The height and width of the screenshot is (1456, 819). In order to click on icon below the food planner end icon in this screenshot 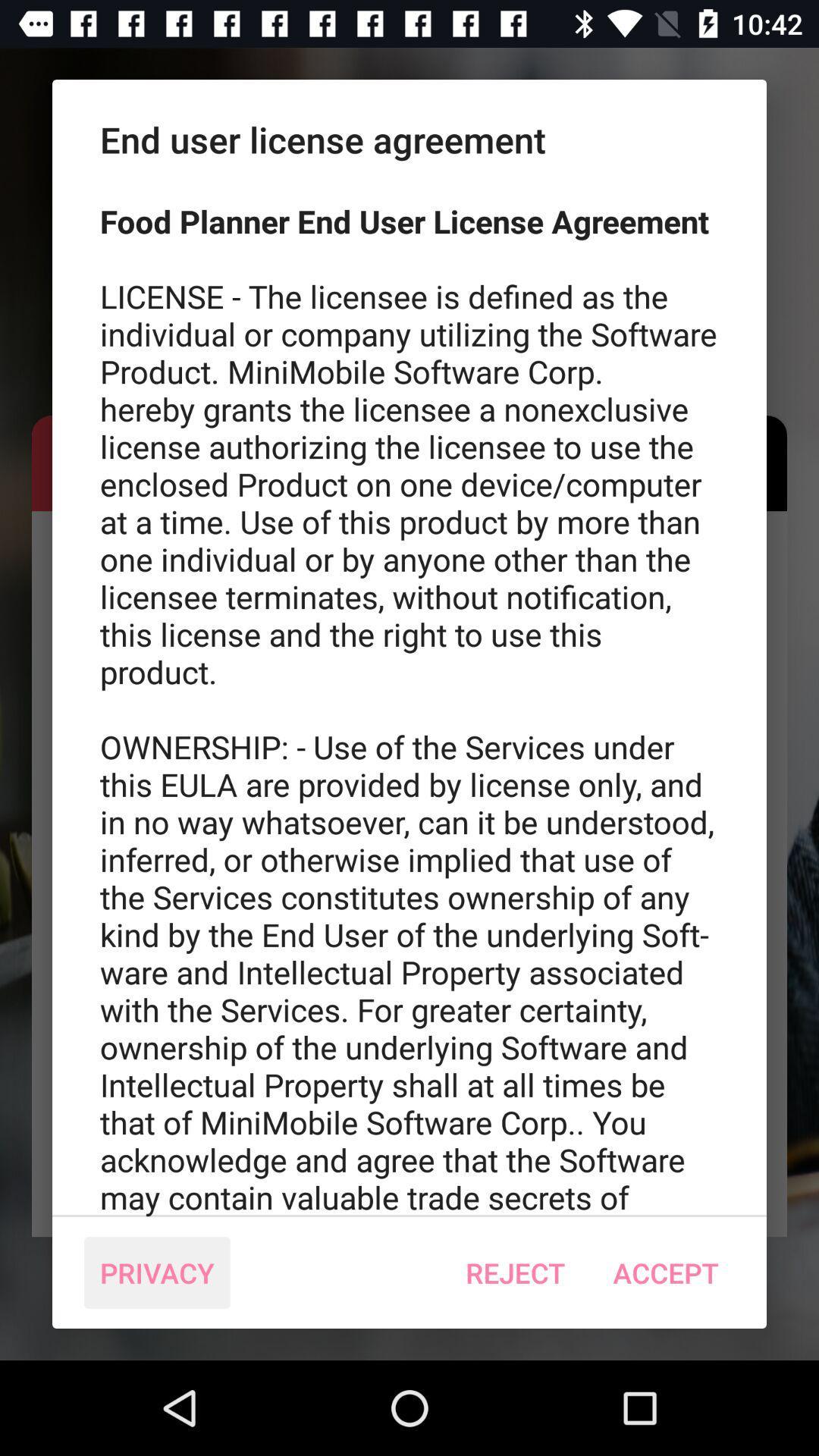, I will do `click(157, 1272)`.